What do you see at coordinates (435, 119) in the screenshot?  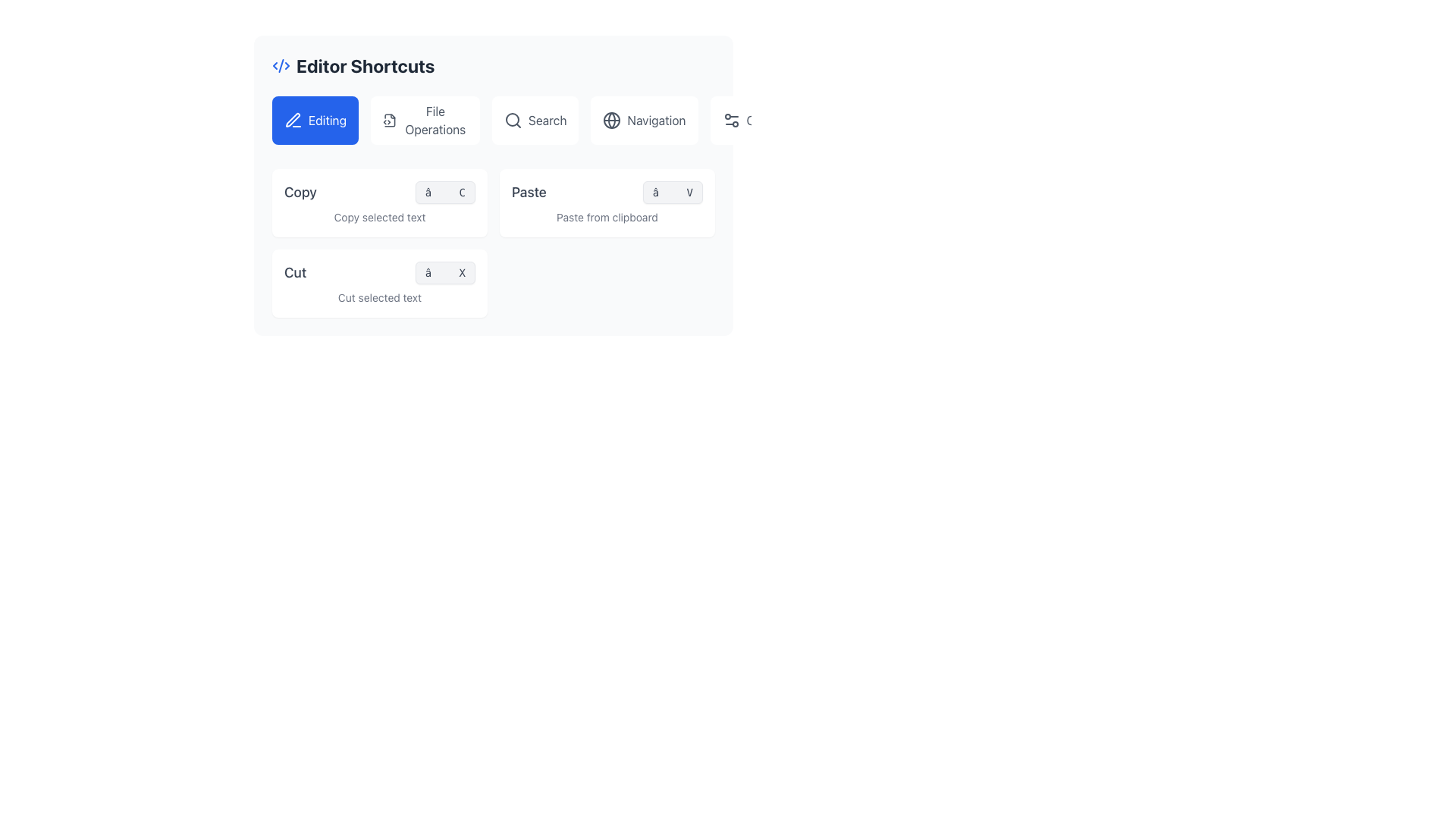 I see `the 'File Operations' text label, which is the second element in the group below the 'Editor Shortcuts' header, positioned between the 'Editing' button and the 'Search' button` at bounding box center [435, 119].